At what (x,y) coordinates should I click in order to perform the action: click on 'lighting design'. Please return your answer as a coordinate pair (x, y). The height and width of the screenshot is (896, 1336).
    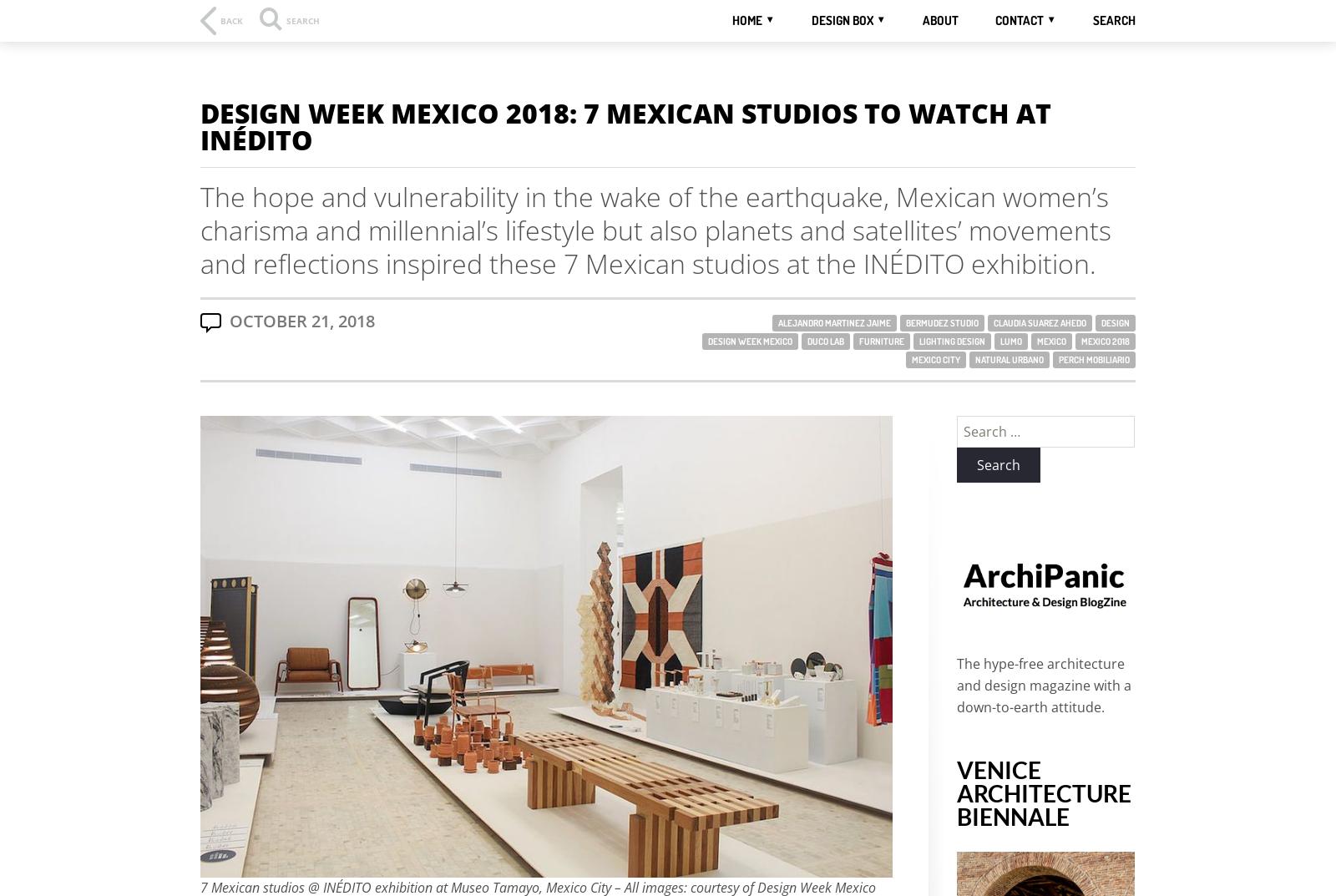
    Looking at the image, I should click on (952, 341).